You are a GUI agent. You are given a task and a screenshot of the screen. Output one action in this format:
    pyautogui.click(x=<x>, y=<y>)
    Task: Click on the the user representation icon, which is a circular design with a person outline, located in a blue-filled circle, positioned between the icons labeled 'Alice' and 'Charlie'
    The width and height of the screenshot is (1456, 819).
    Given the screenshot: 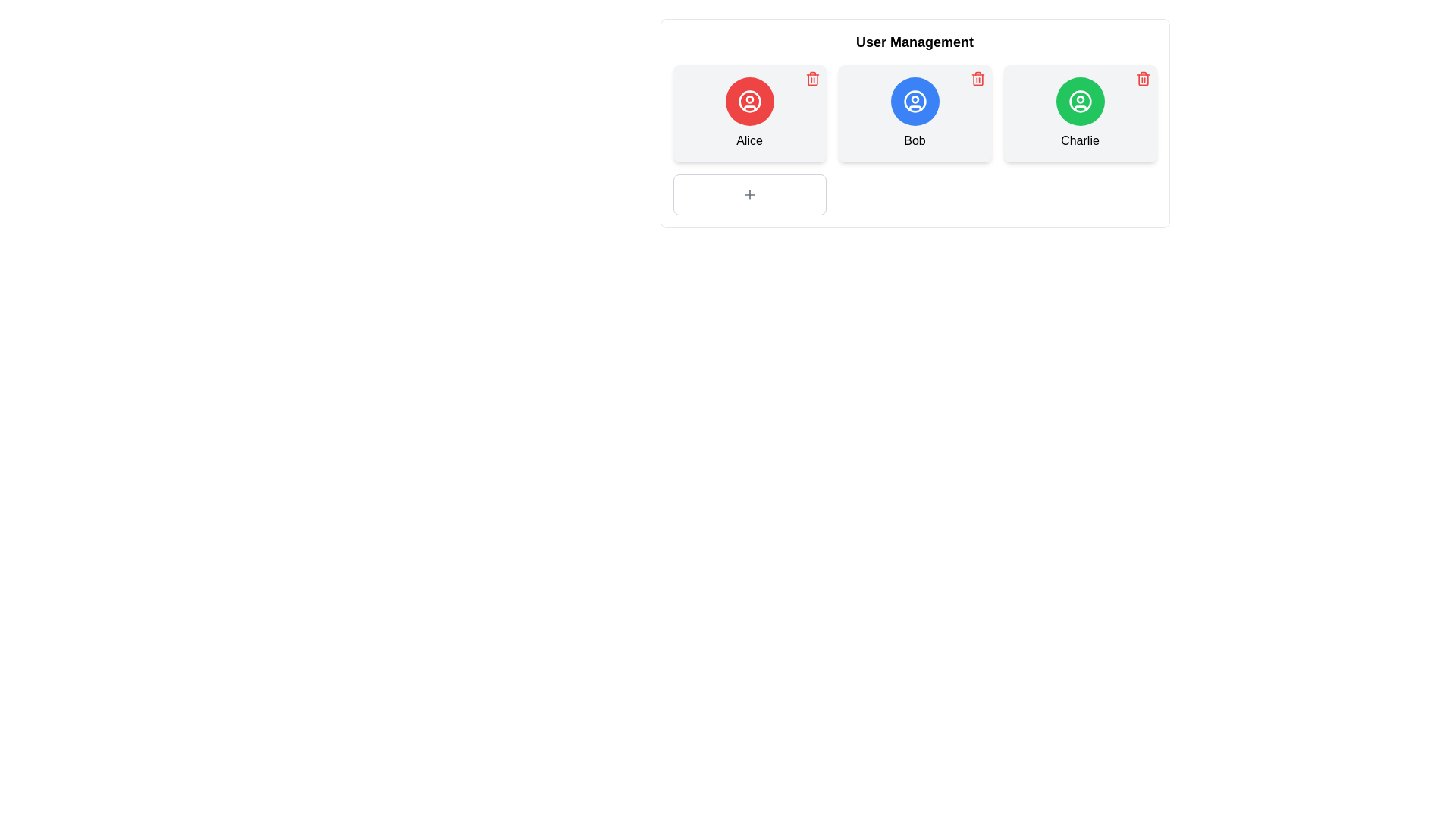 What is the action you would take?
    pyautogui.click(x=914, y=102)
    